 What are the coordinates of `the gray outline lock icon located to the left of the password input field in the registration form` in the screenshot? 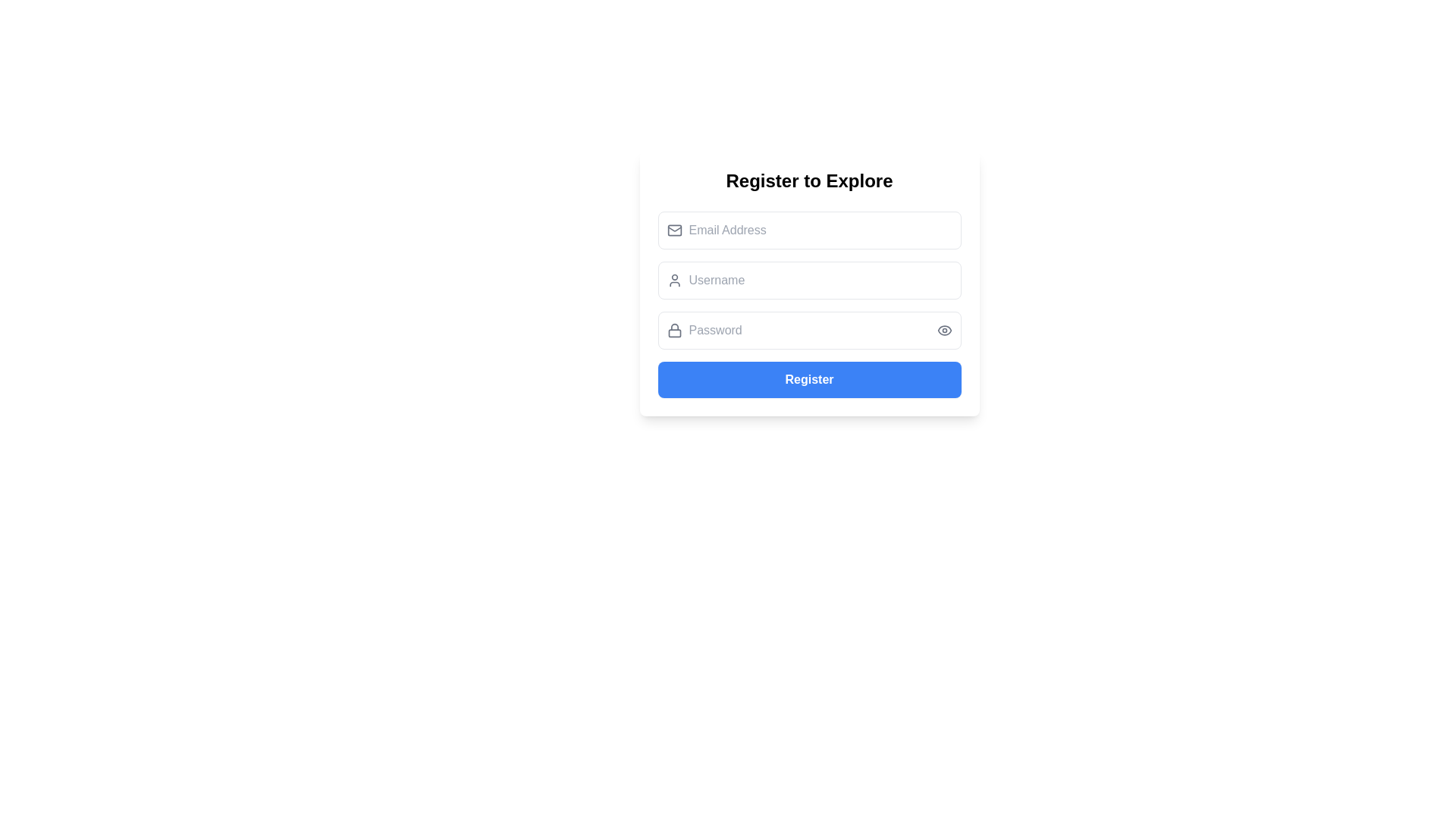 It's located at (673, 329).